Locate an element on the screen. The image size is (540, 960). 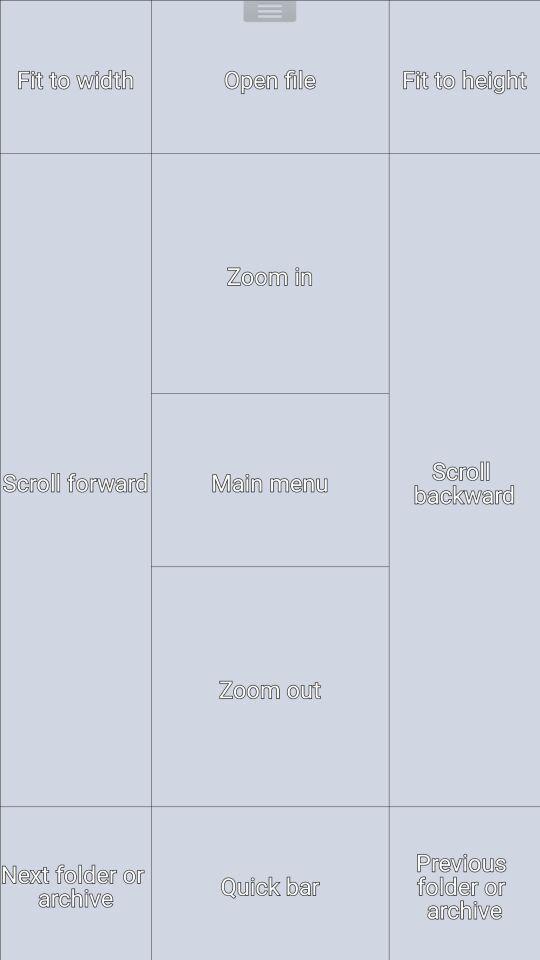
open menu is located at coordinates (269, 13).